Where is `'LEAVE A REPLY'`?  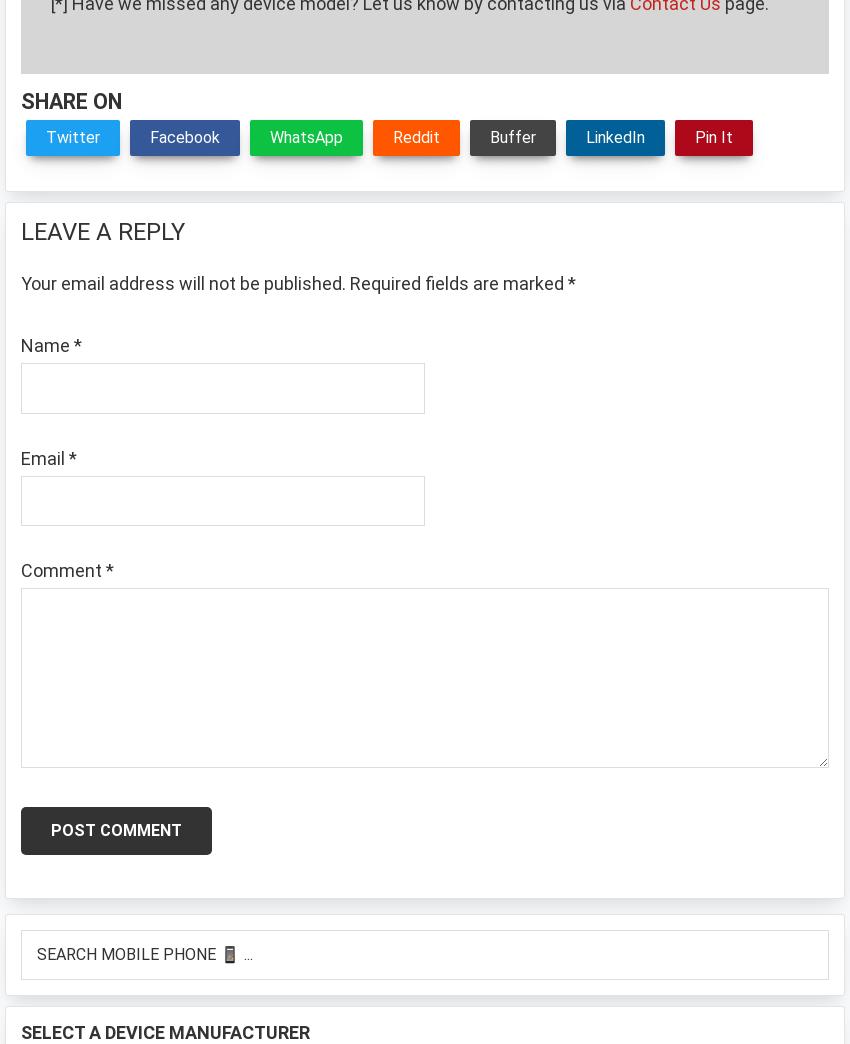
'LEAVE A REPLY' is located at coordinates (102, 231).